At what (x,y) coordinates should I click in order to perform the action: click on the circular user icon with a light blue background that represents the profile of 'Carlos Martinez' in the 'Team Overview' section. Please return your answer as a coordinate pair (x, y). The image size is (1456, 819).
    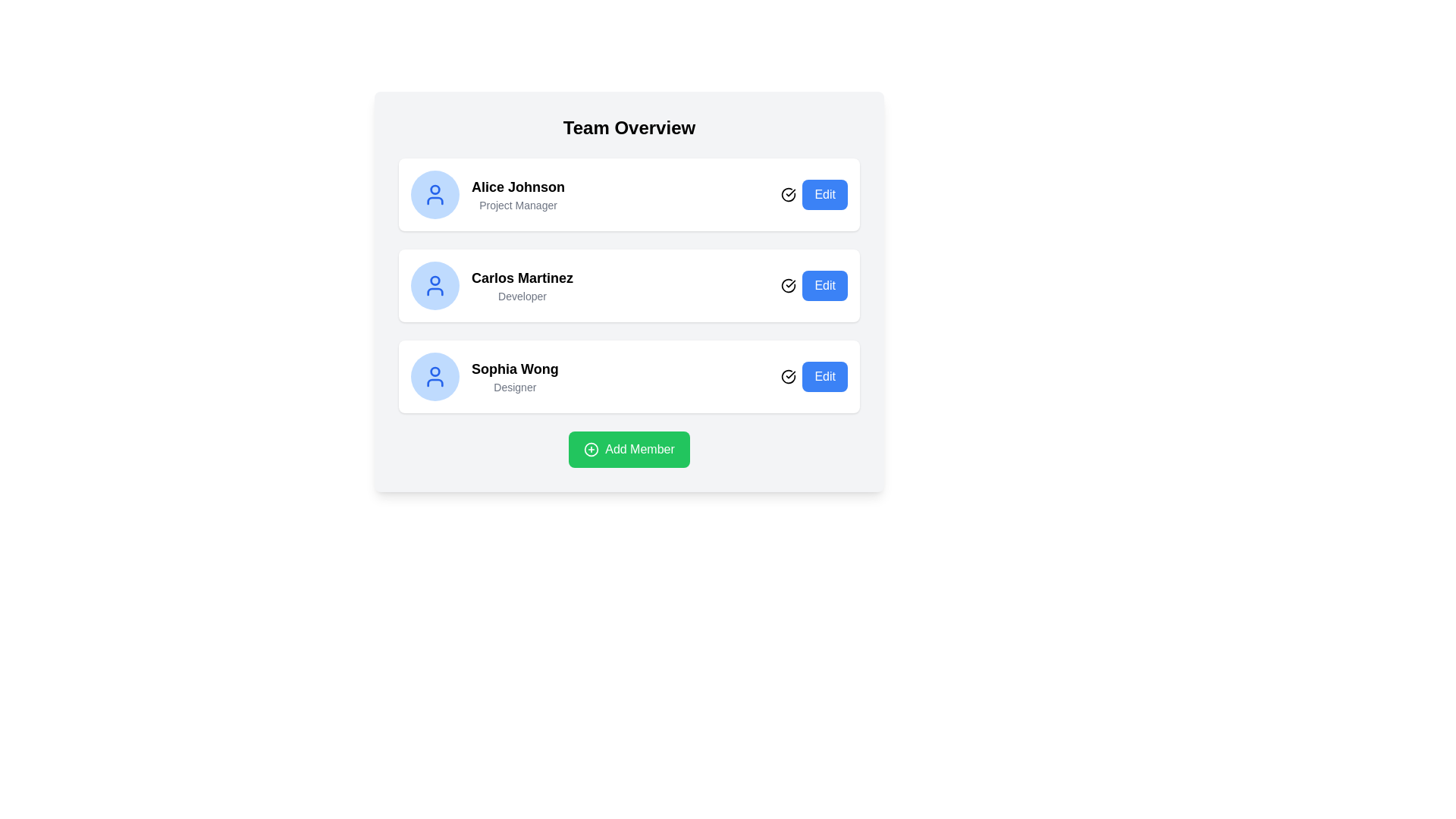
    Looking at the image, I should click on (435, 286).